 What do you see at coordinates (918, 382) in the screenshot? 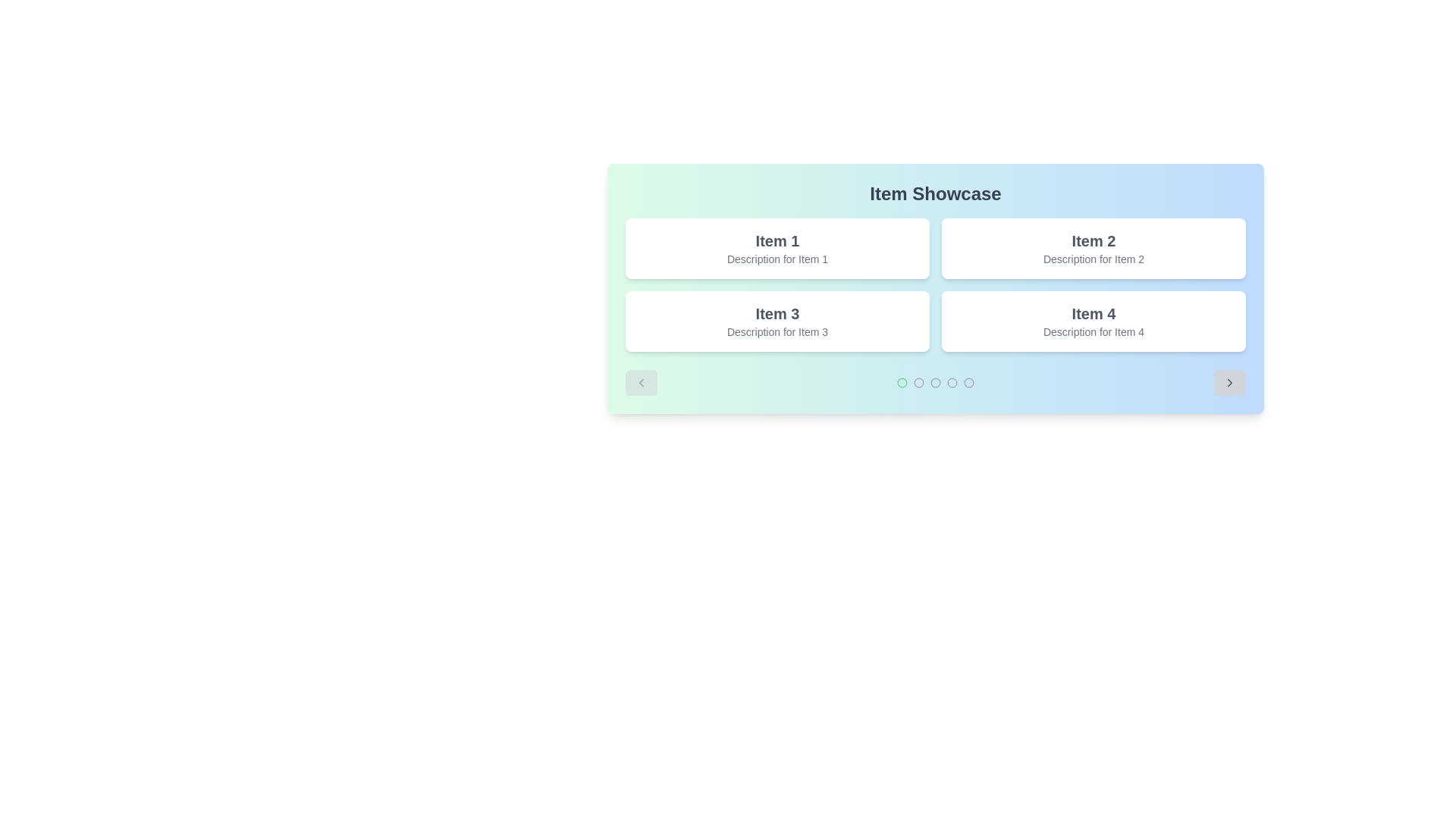
I see `the second circular navigation indicator with a light gray outline and transparent center` at bounding box center [918, 382].